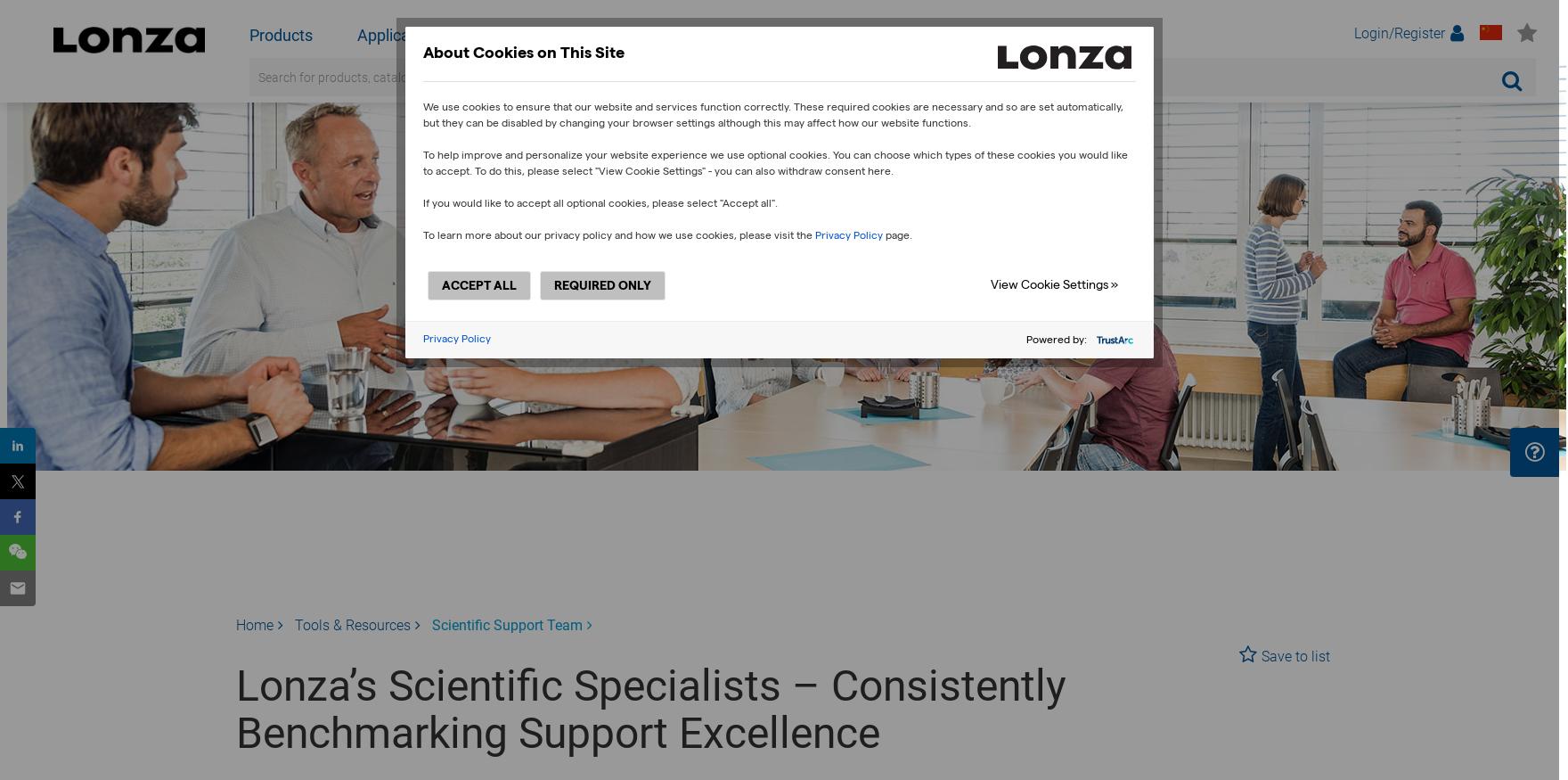  Describe the element at coordinates (24, 481) in the screenshot. I see `'Tweet'` at that location.